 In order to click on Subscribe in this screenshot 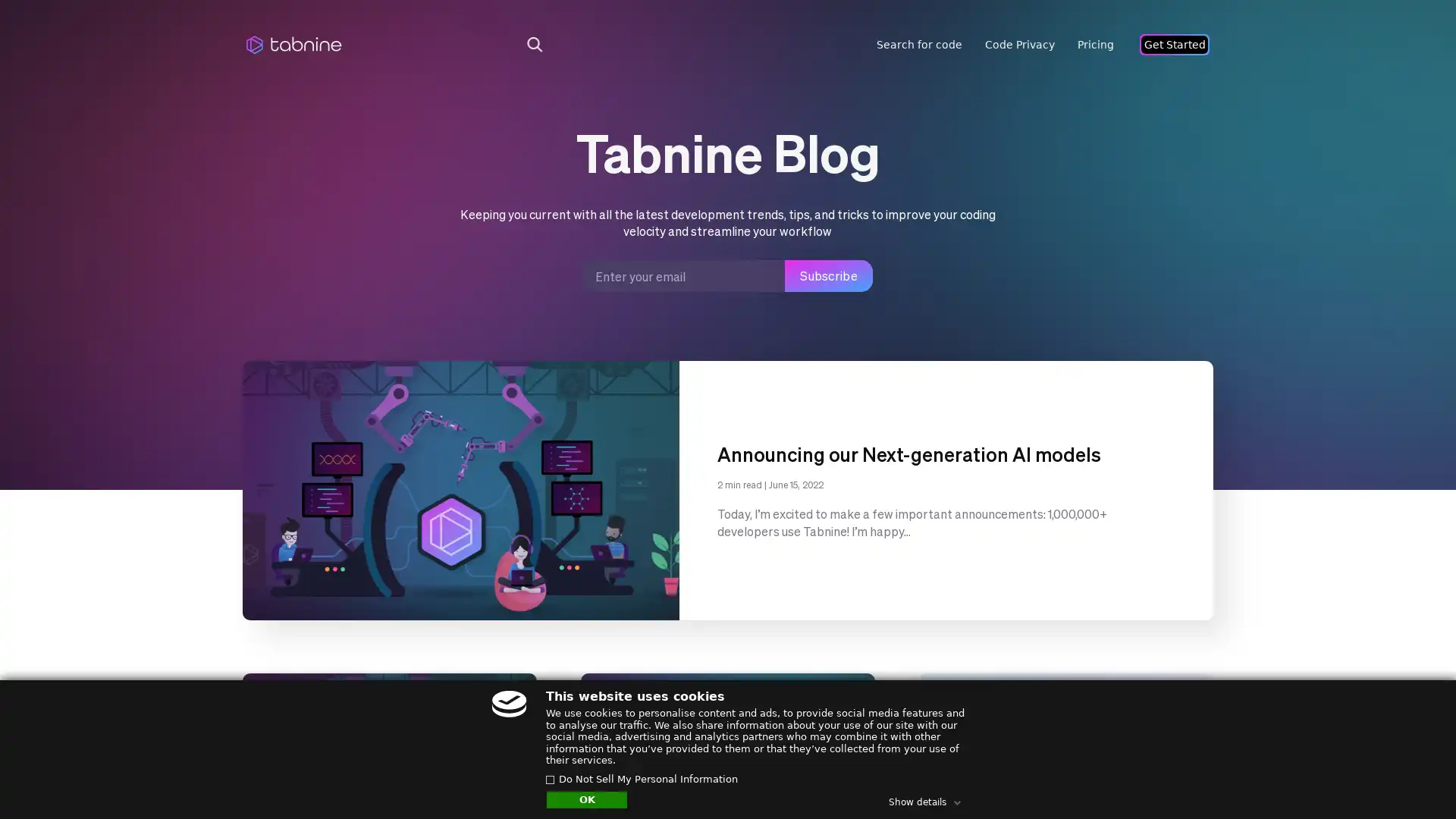, I will do `click(828, 275)`.